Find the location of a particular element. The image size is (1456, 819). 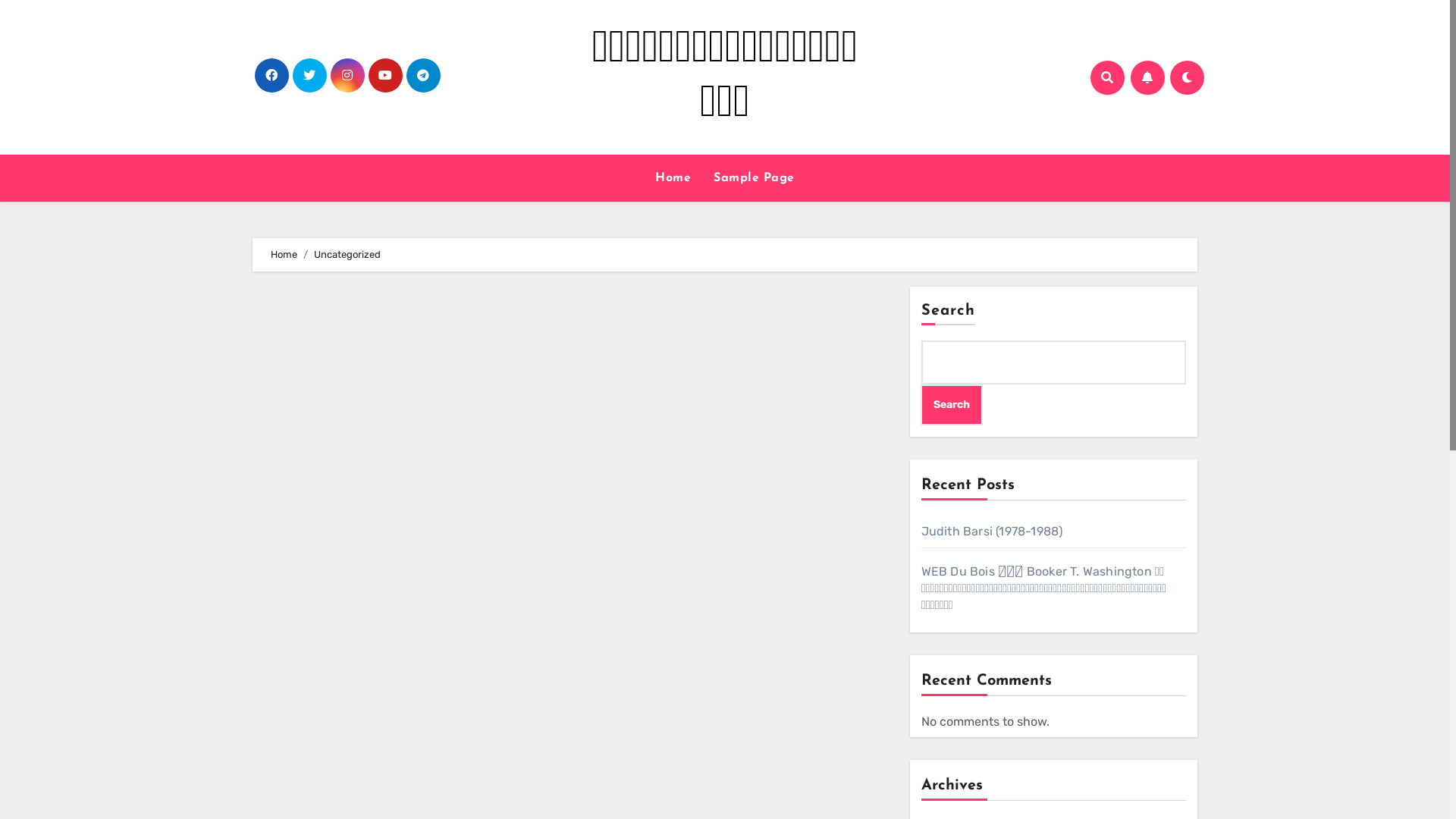

'Search' is located at coordinates (920, 403).